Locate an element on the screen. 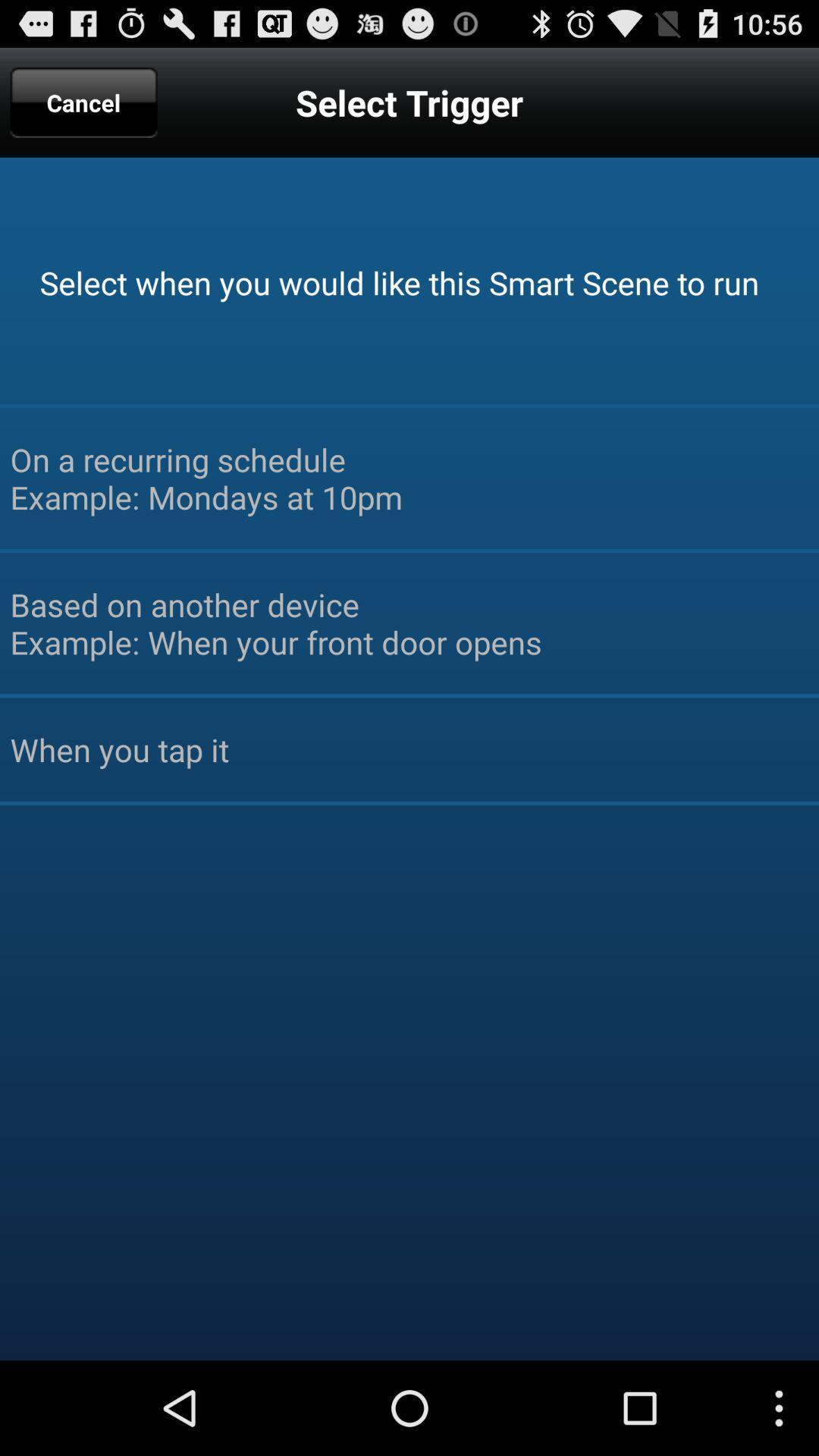 The image size is (819, 1456). item to the left of the select trigger item is located at coordinates (83, 102).